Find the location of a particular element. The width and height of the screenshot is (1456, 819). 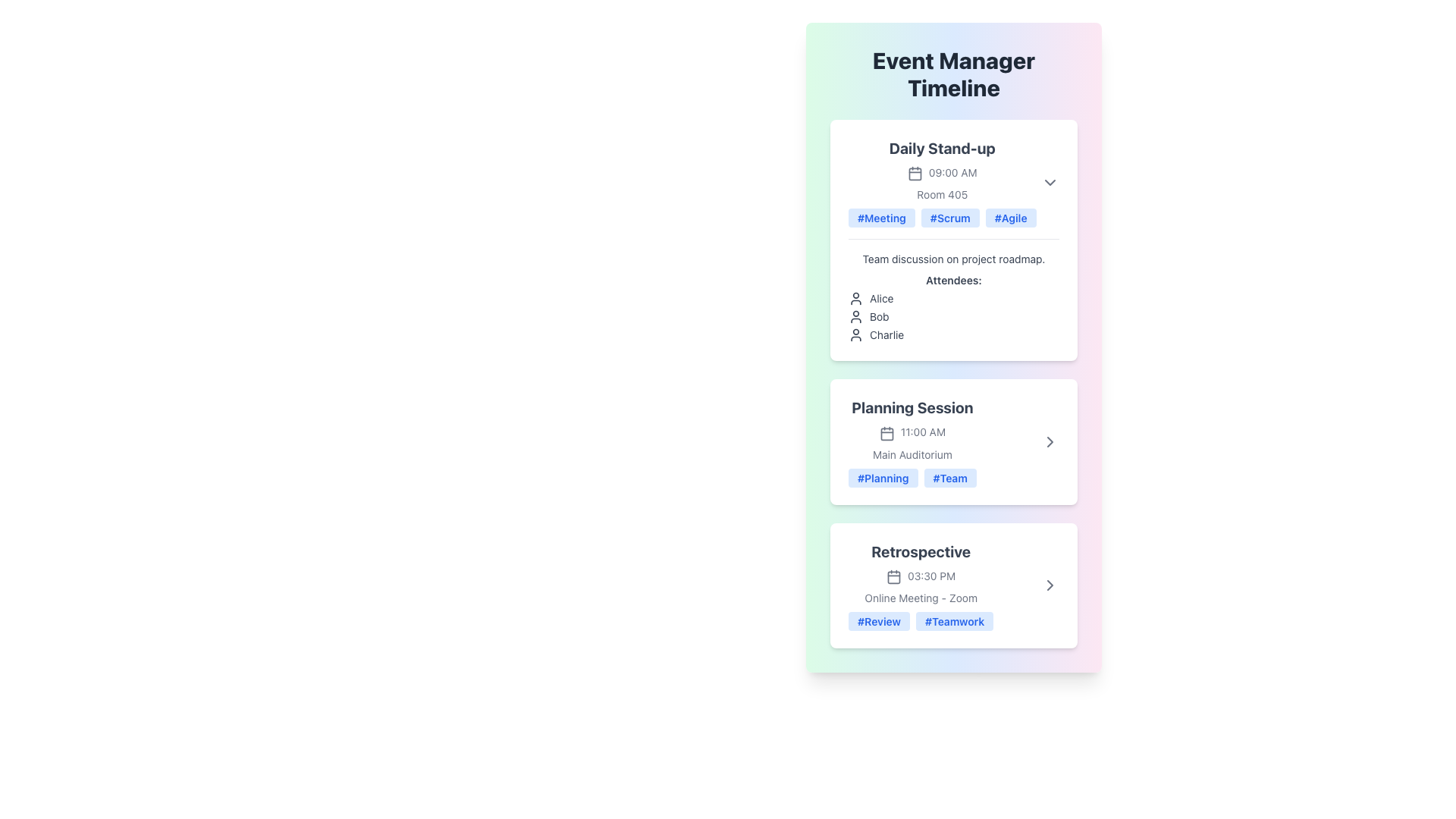

the static text label indicating the location of the event in the Main Auditorium, positioned under 'Planning Session' at 11:00 AM is located at coordinates (912, 453).